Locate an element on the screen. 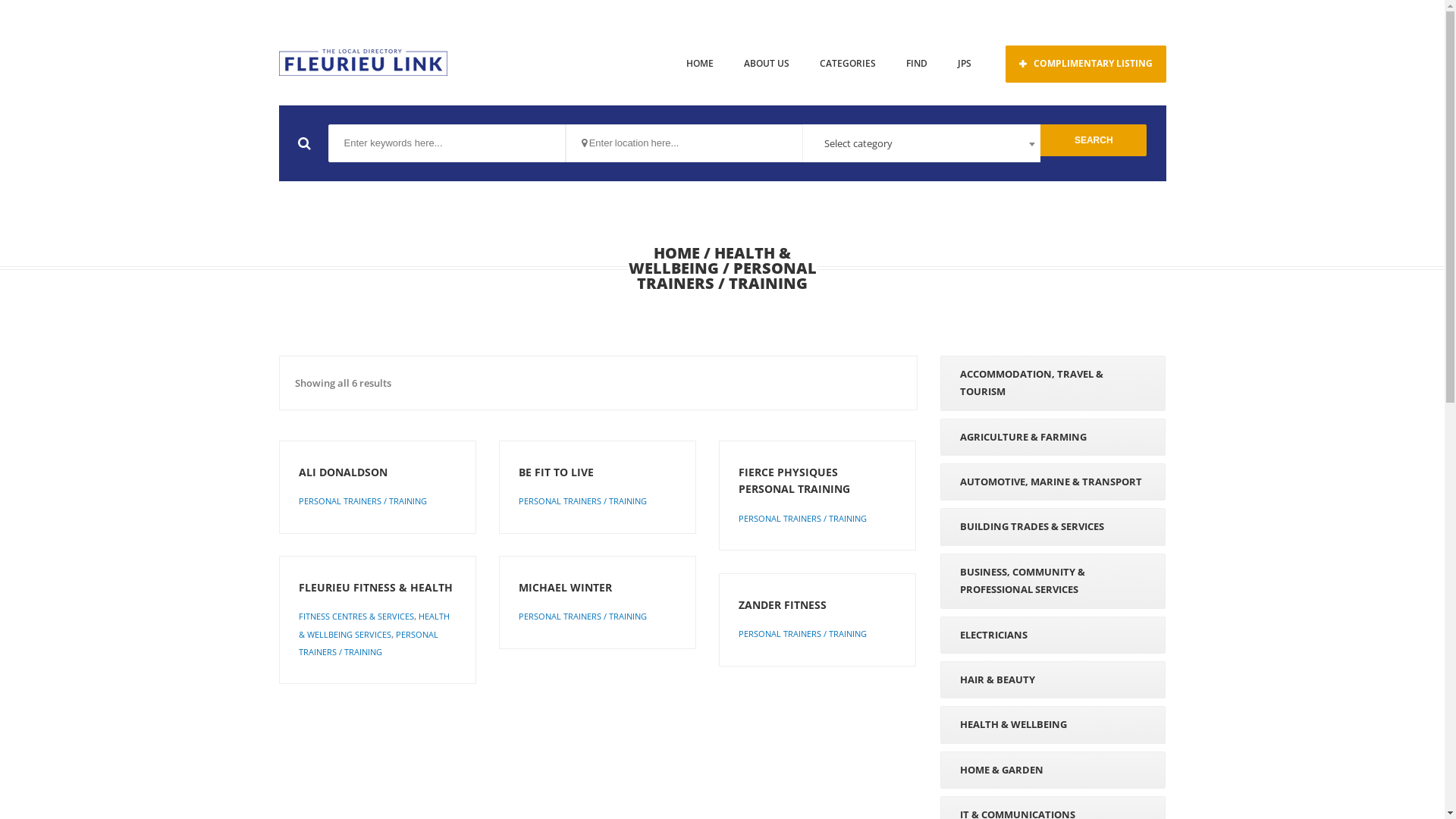 Image resolution: width=1456 pixels, height=819 pixels. 'CATEGORIES' is located at coordinates (846, 63).